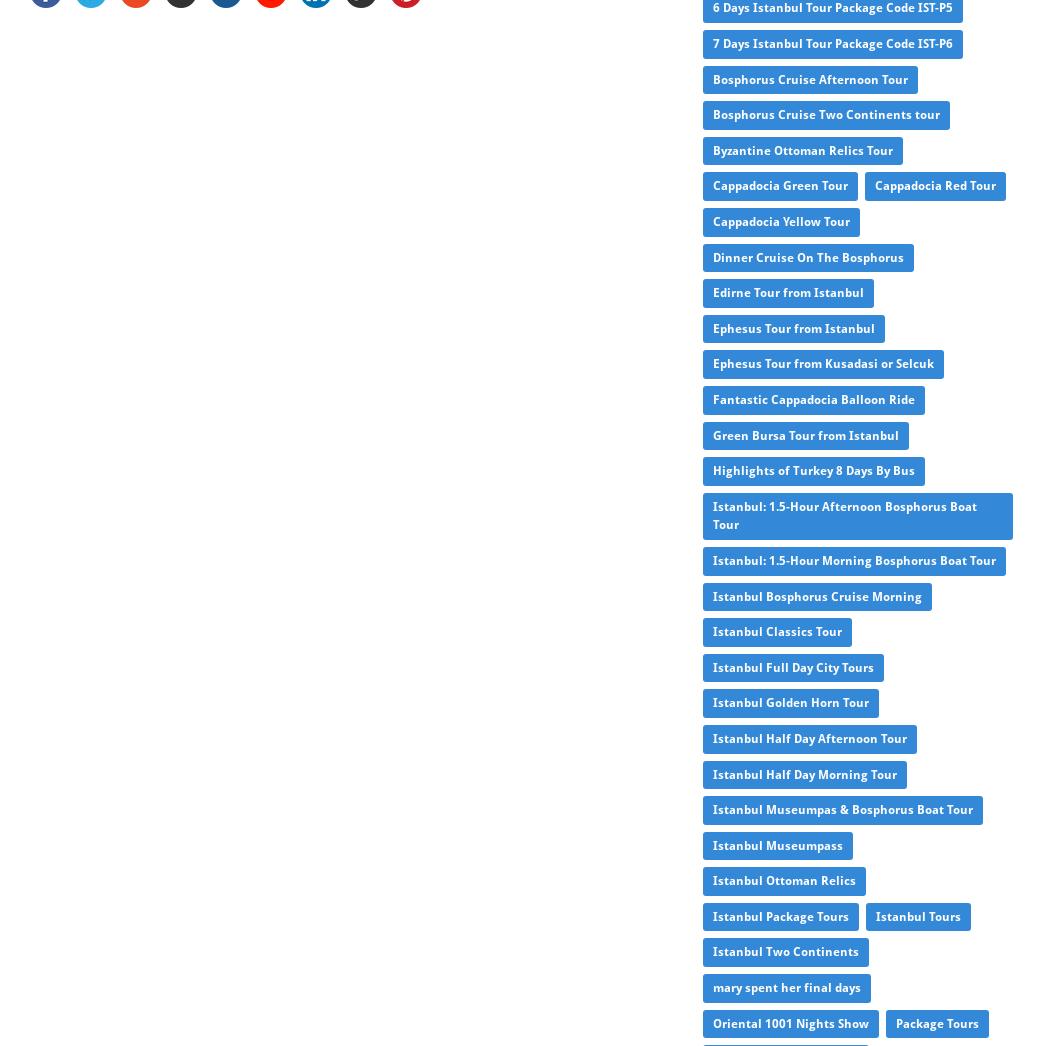 Image resolution: width=1050 pixels, height=1046 pixels. Describe the element at coordinates (793, 327) in the screenshot. I see `'Ephesus Tour from Istanbul'` at that location.